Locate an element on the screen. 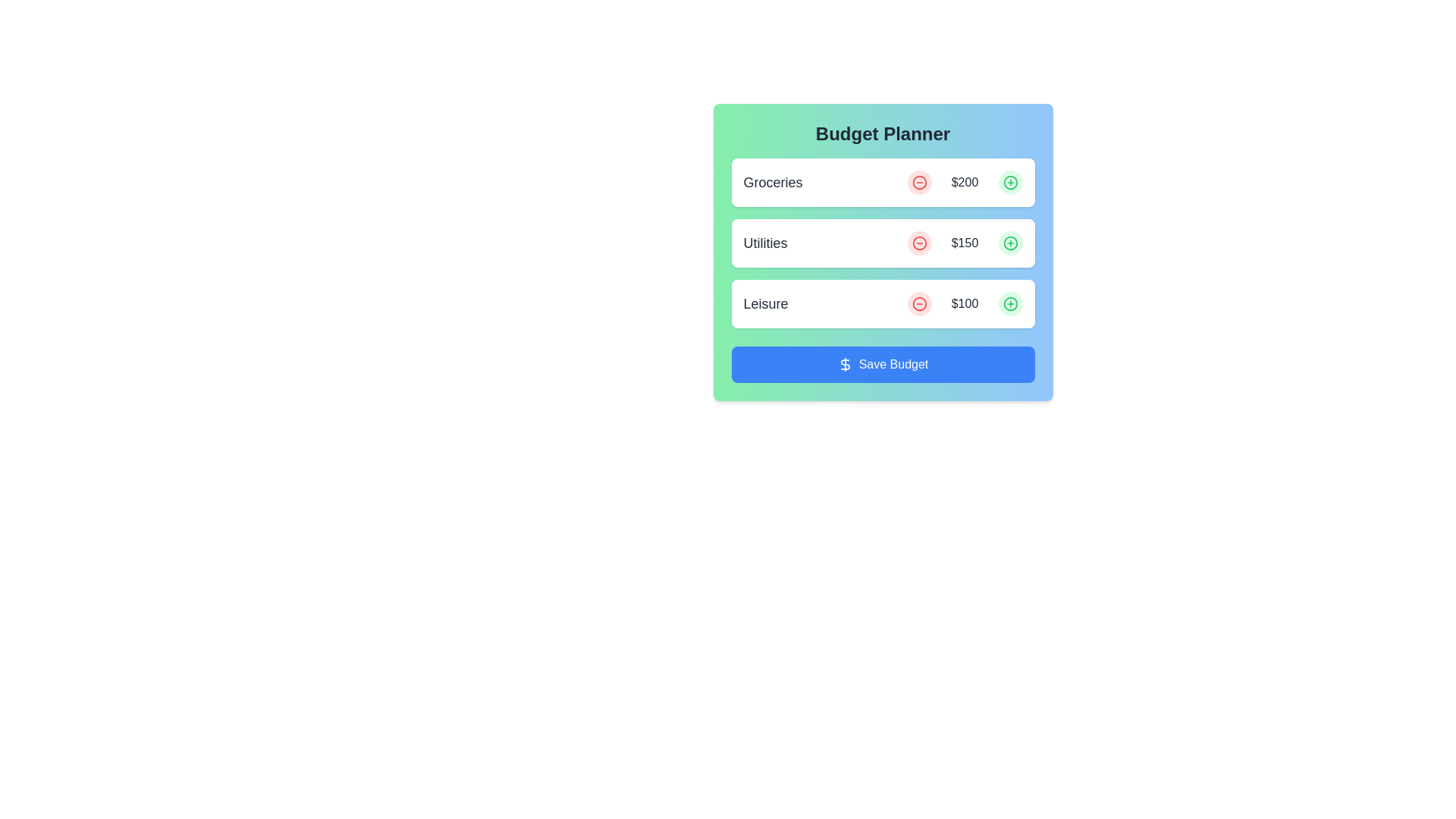  the 'Utilities' text label, which indicates the category related to budgeting or expense tracking, positioned beneath 'Groceries' and above 'Leisure' is located at coordinates (765, 242).